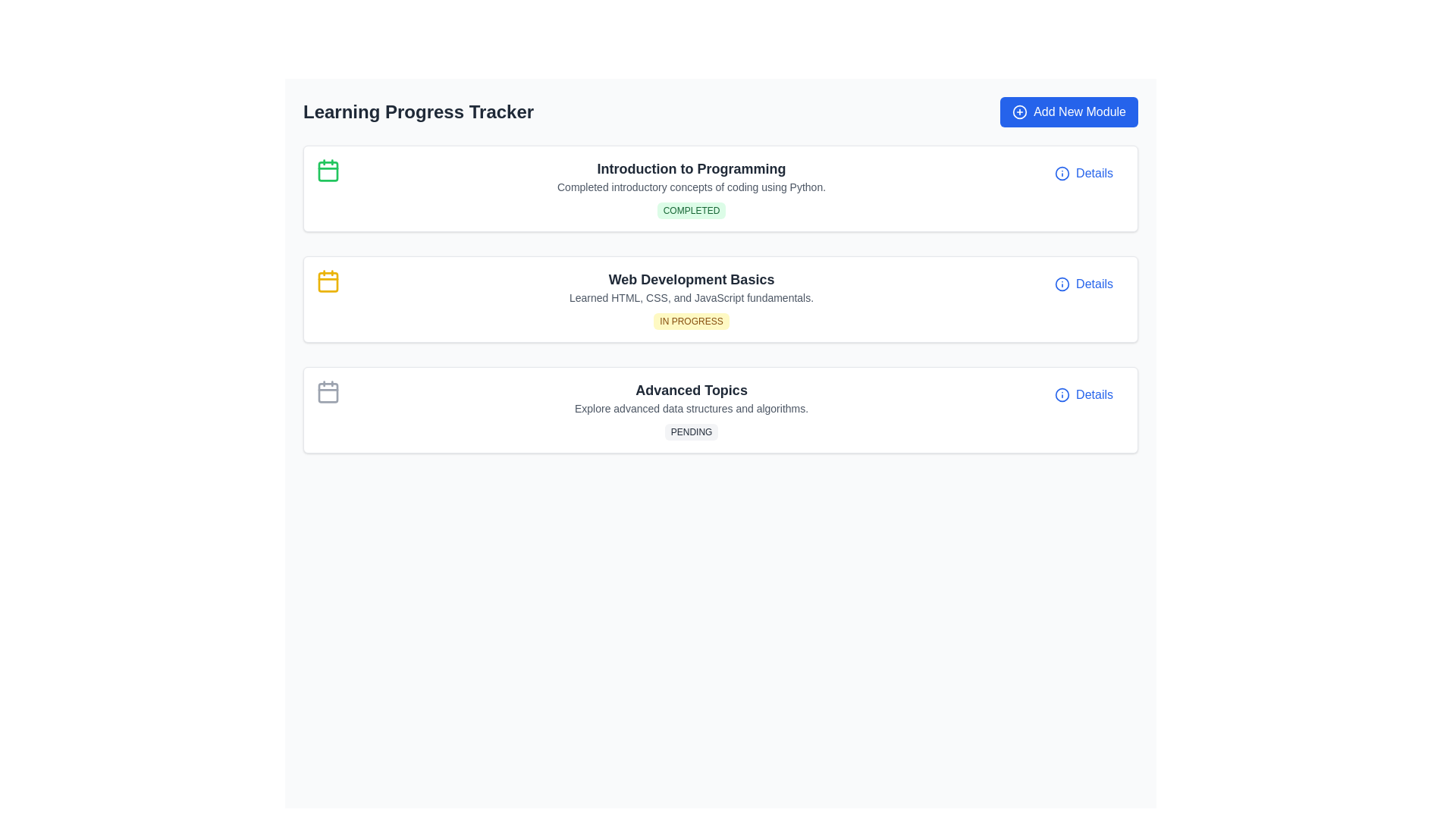 The height and width of the screenshot is (819, 1456). What do you see at coordinates (327, 171) in the screenshot?
I see `the small rectangular SVG element with rounded corners inside the green calendar icon, which represents completion in the 'Introduction to Programming' module of the 'Learning Progress Tracker'` at bounding box center [327, 171].